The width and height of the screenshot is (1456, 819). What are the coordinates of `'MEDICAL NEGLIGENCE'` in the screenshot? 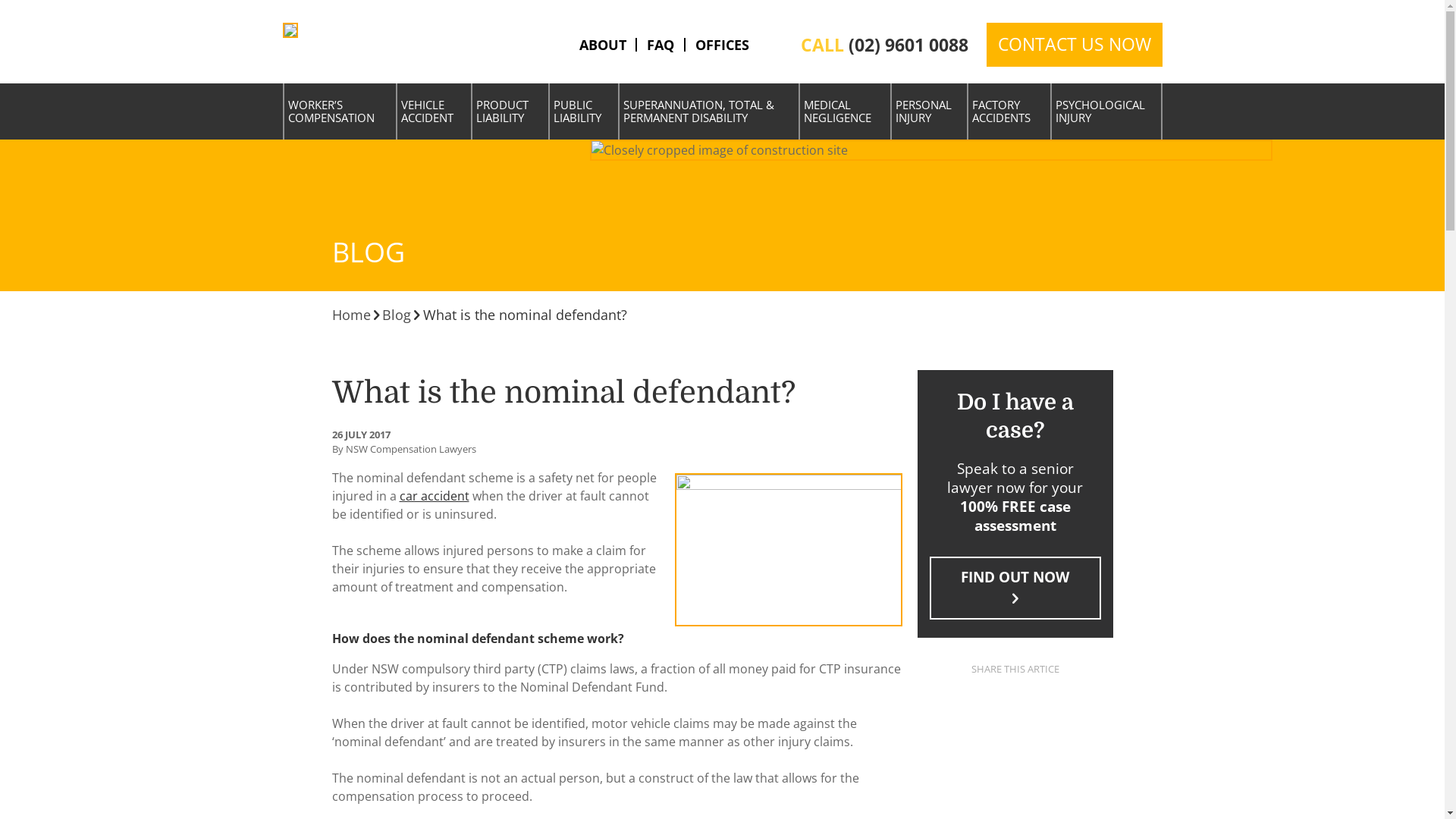 It's located at (799, 111).